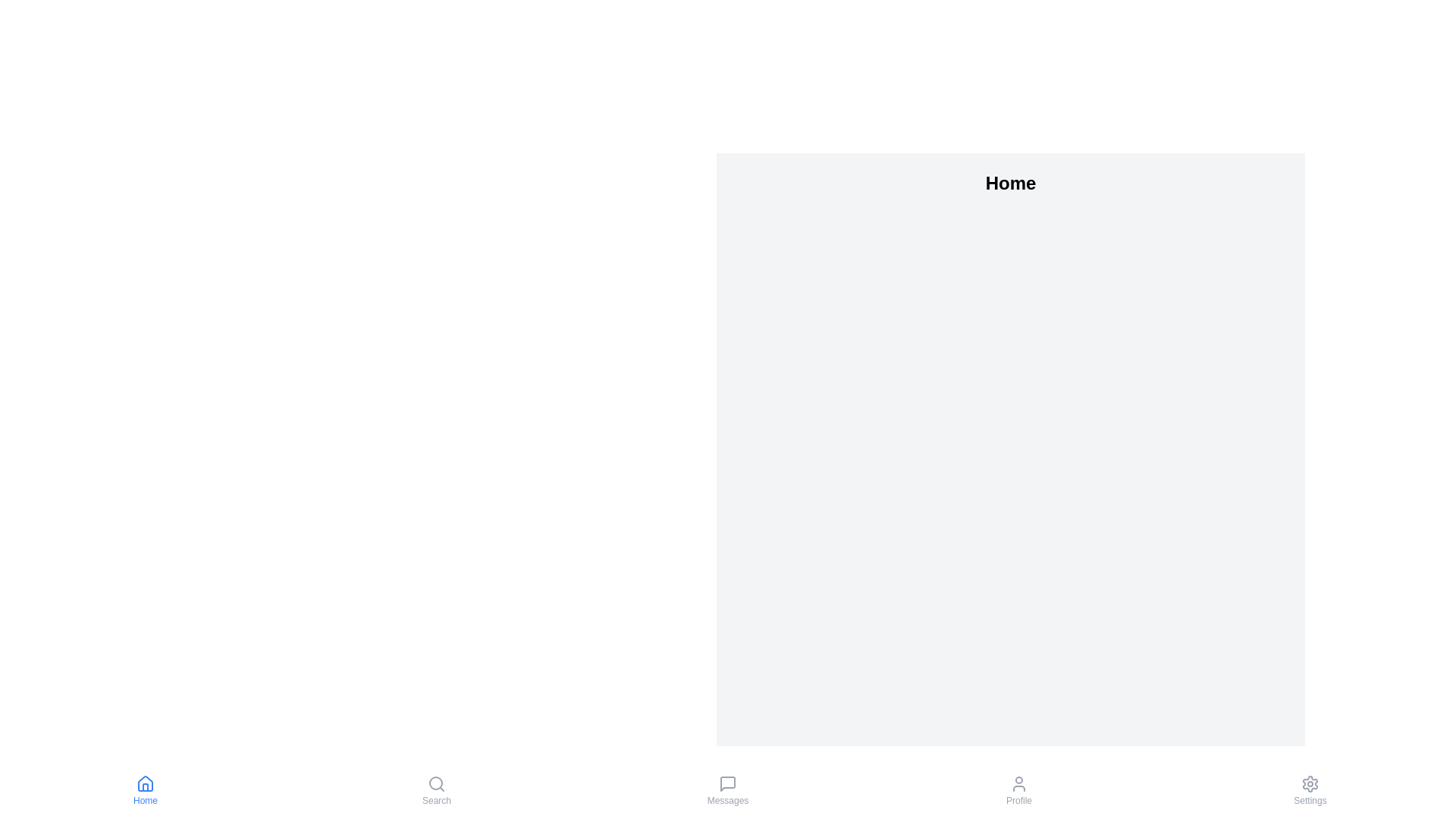  Describe the element at coordinates (728, 789) in the screenshot. I see `the Navigation button that allows users to navigate to the 'Messages' section of the application` at that location.